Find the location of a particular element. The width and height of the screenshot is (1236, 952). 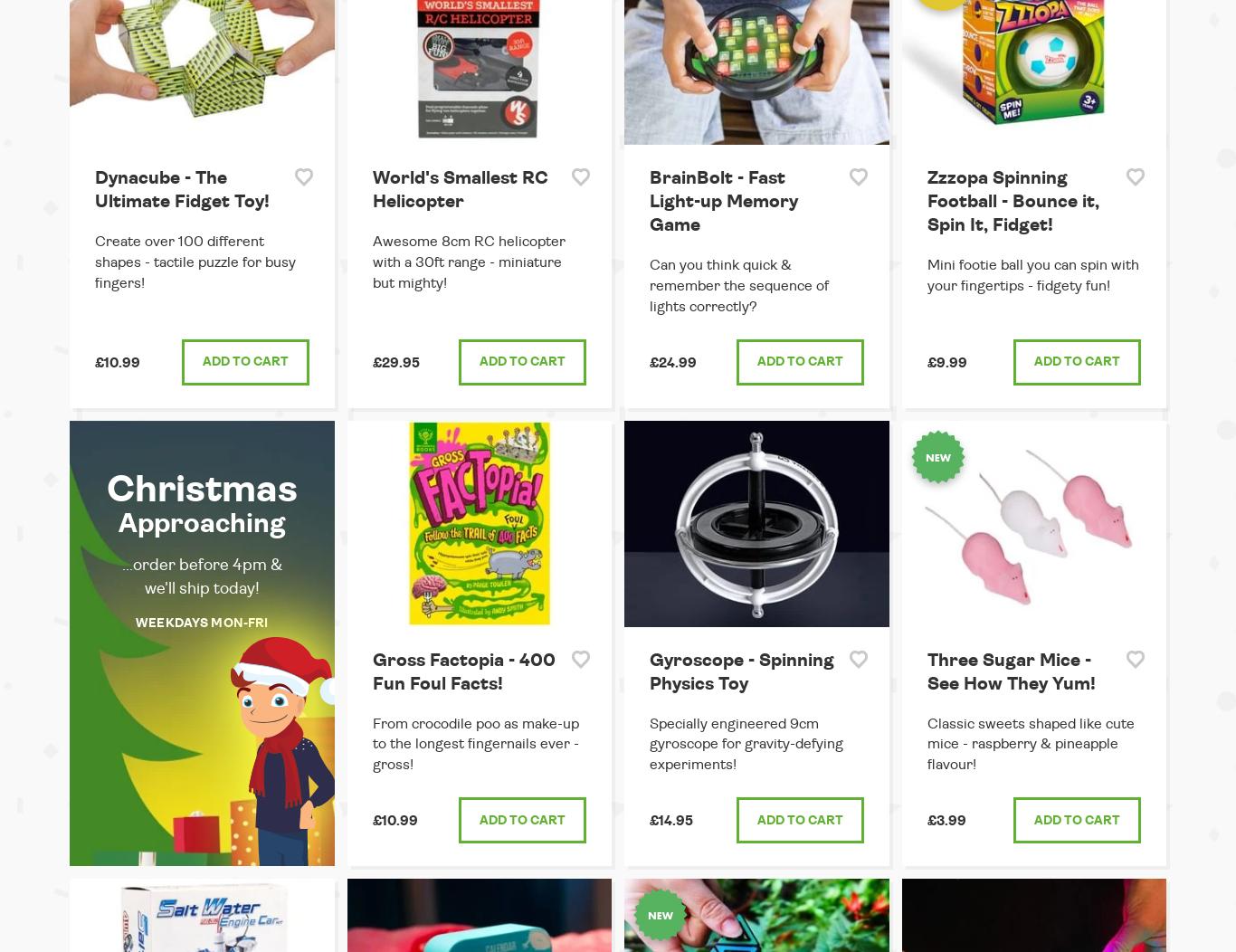

'Specially engineered 9cm gyroscope for gravity-defying experiments!' is located at coordinates (746, 744).